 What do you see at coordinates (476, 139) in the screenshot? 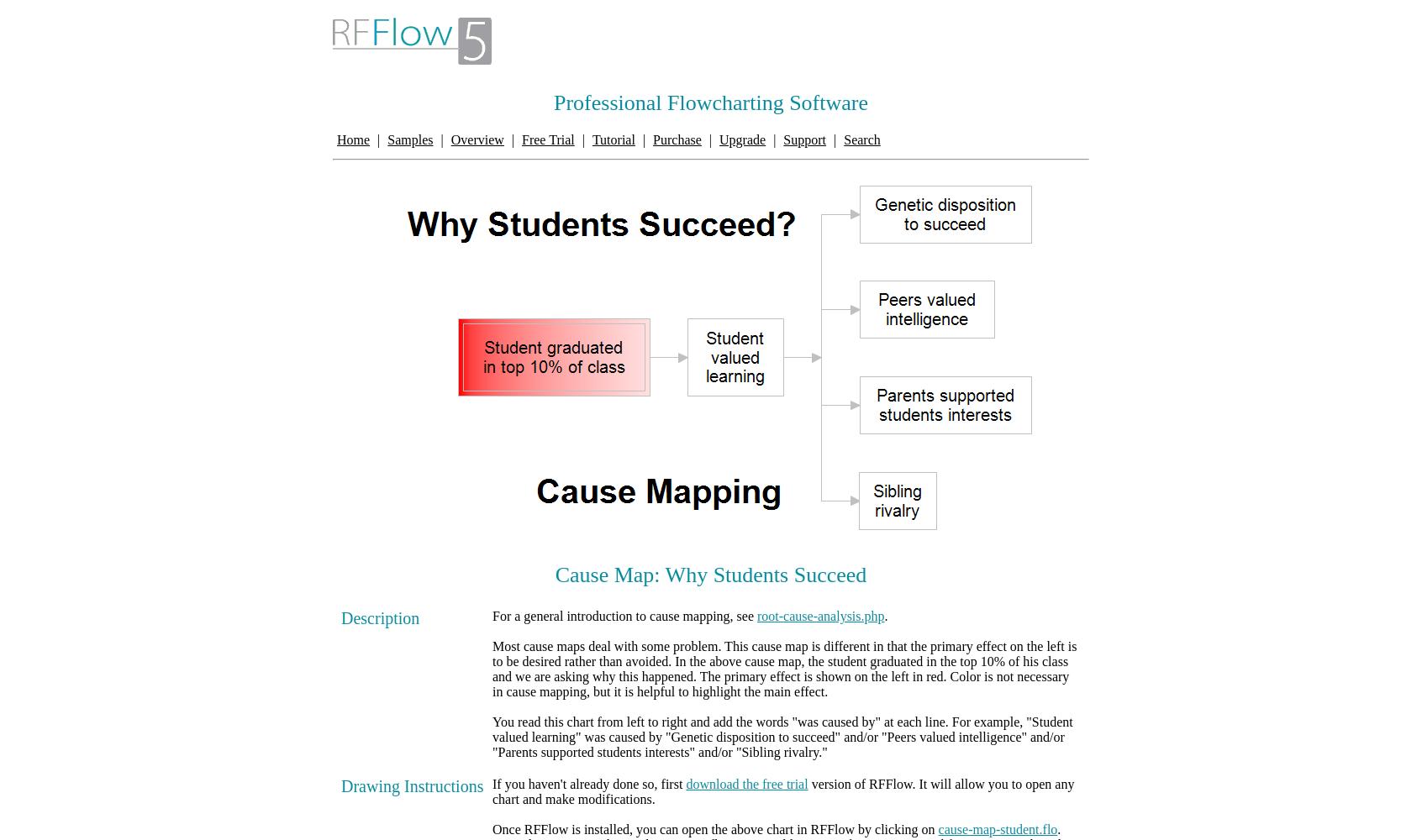
I see `'Overview'` at bounding box center [476, 139].